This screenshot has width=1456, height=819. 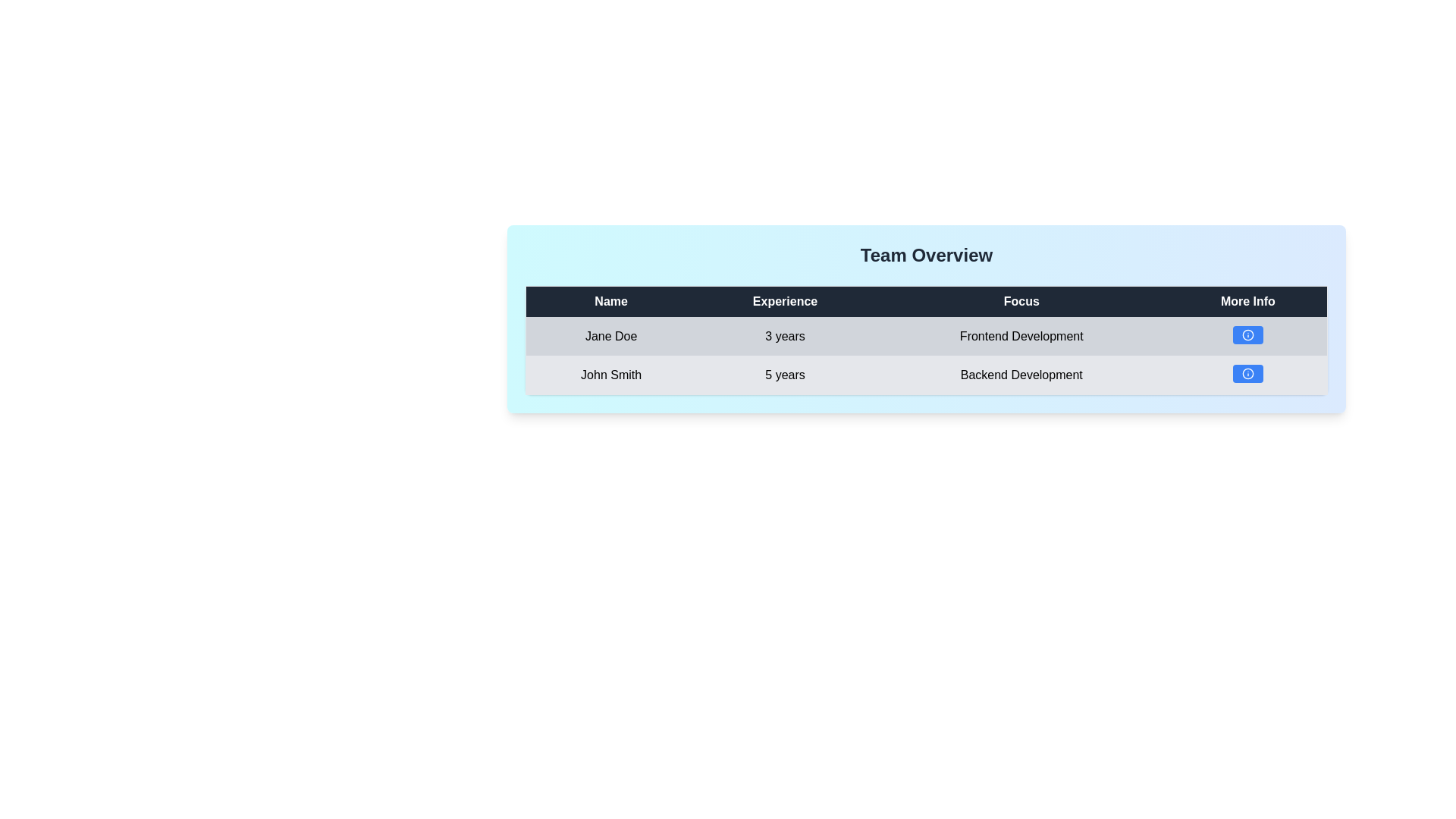 I want to click on the Table Header Cell labeled 'Name' to sort the table by this column, so click(x=610, y=301).